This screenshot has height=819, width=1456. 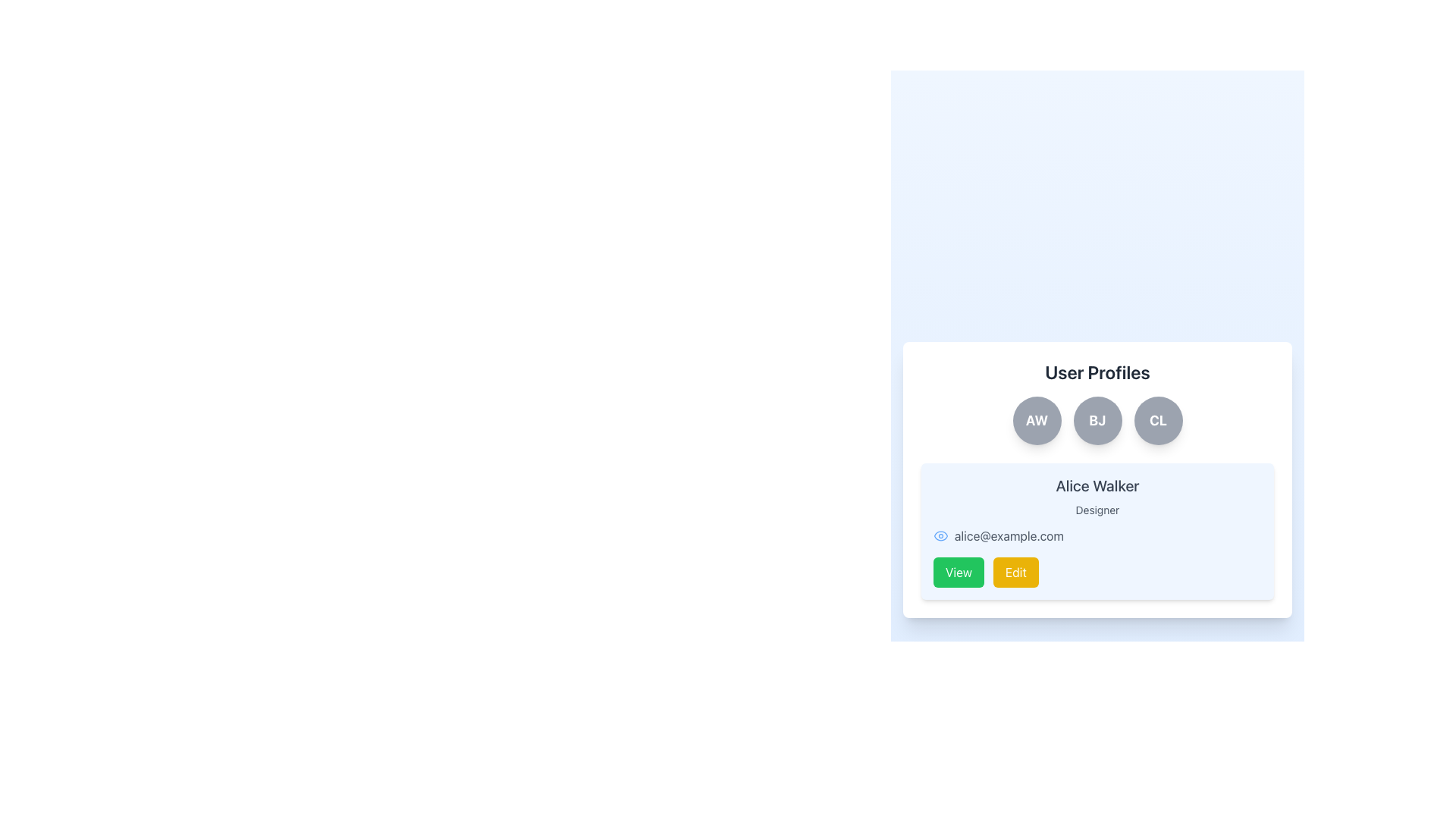 What do you see at coordinates (1097, 421) in the screenshot?
I see `the circular button labeled 'BJ' with a gray background and white bold text` at bounding box center [1097, 421].